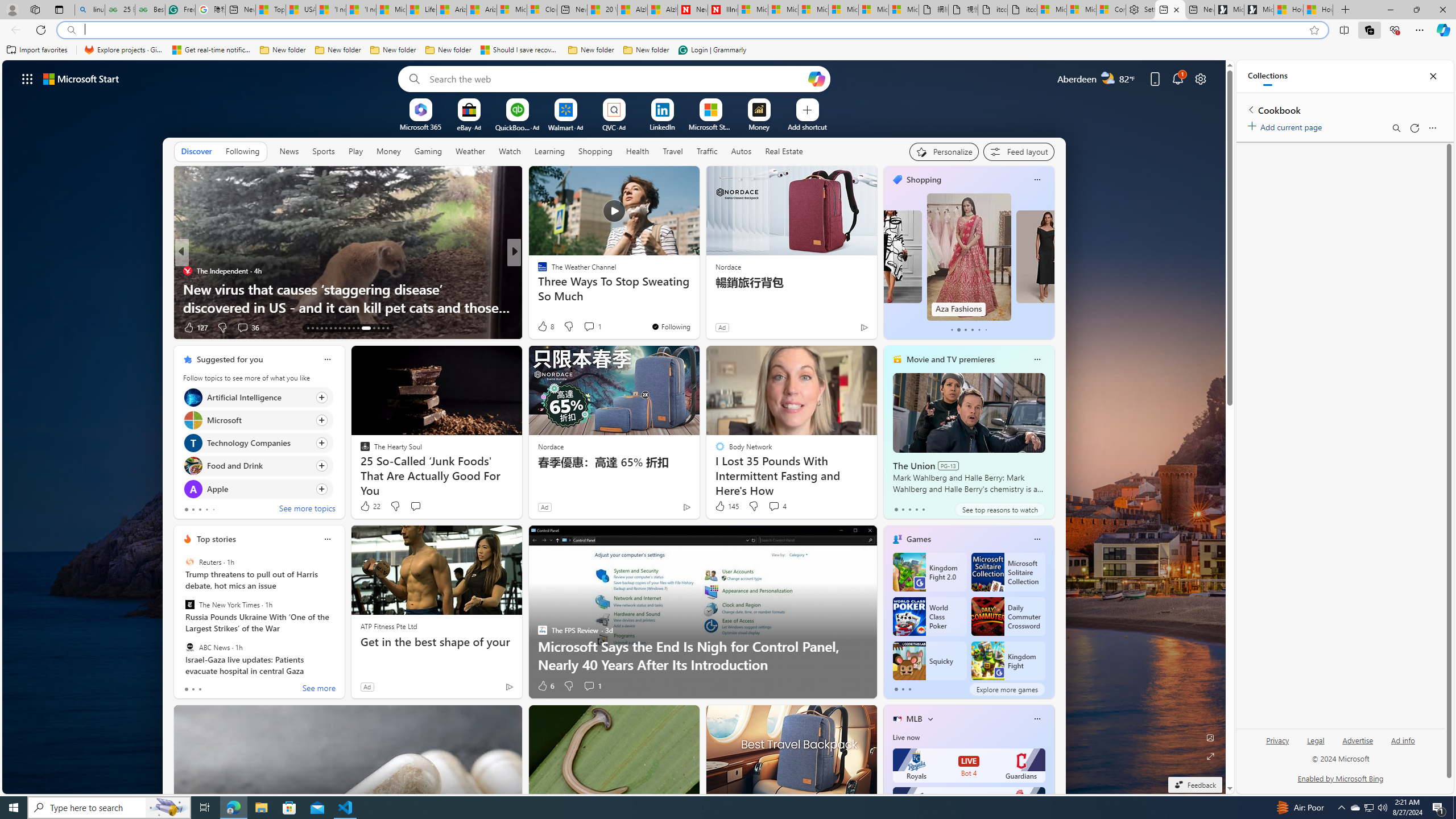 This screenshot has width=1456, height=819. I want to click on 'View comments 4 Comment', so click(773, 505).